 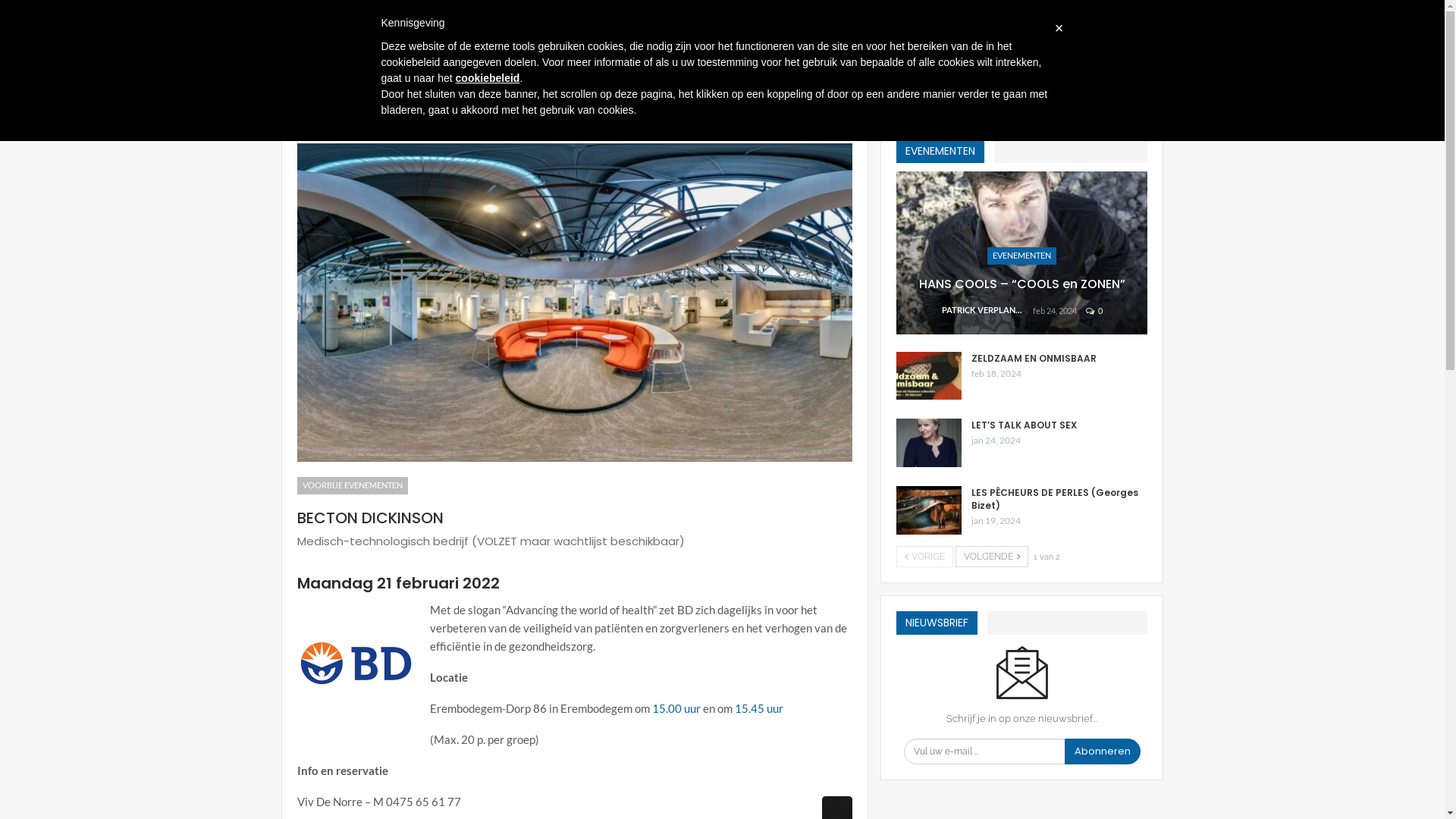 I want to click on '15.00 uur', so click(x=651, y=708).